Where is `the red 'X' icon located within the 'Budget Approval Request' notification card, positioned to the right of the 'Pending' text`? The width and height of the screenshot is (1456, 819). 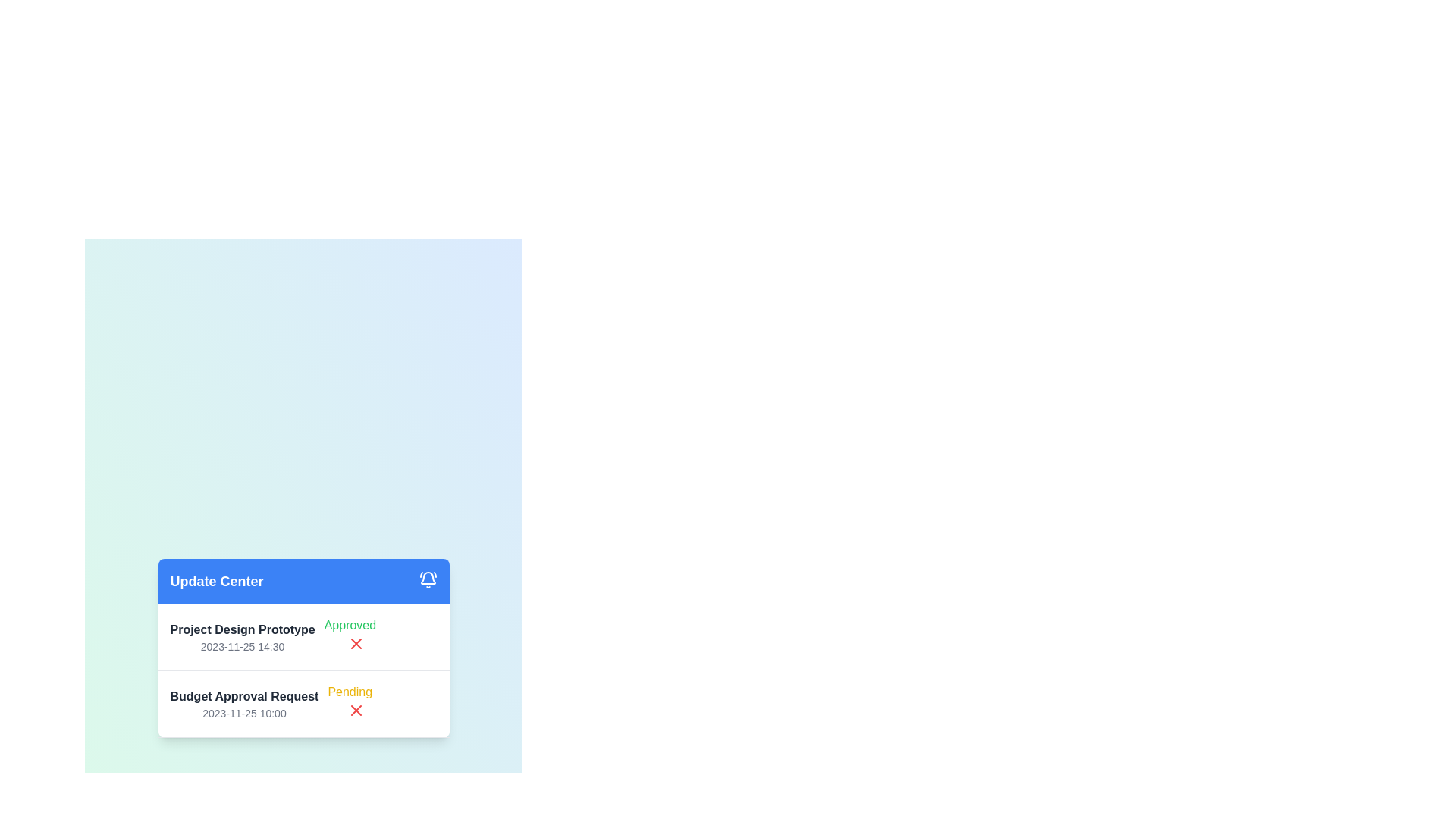
the red 'X' icon located within the 'Budget Approval Request' notification card, positioned to the right of the 'Pending' text is located at coordinates (355, 643).